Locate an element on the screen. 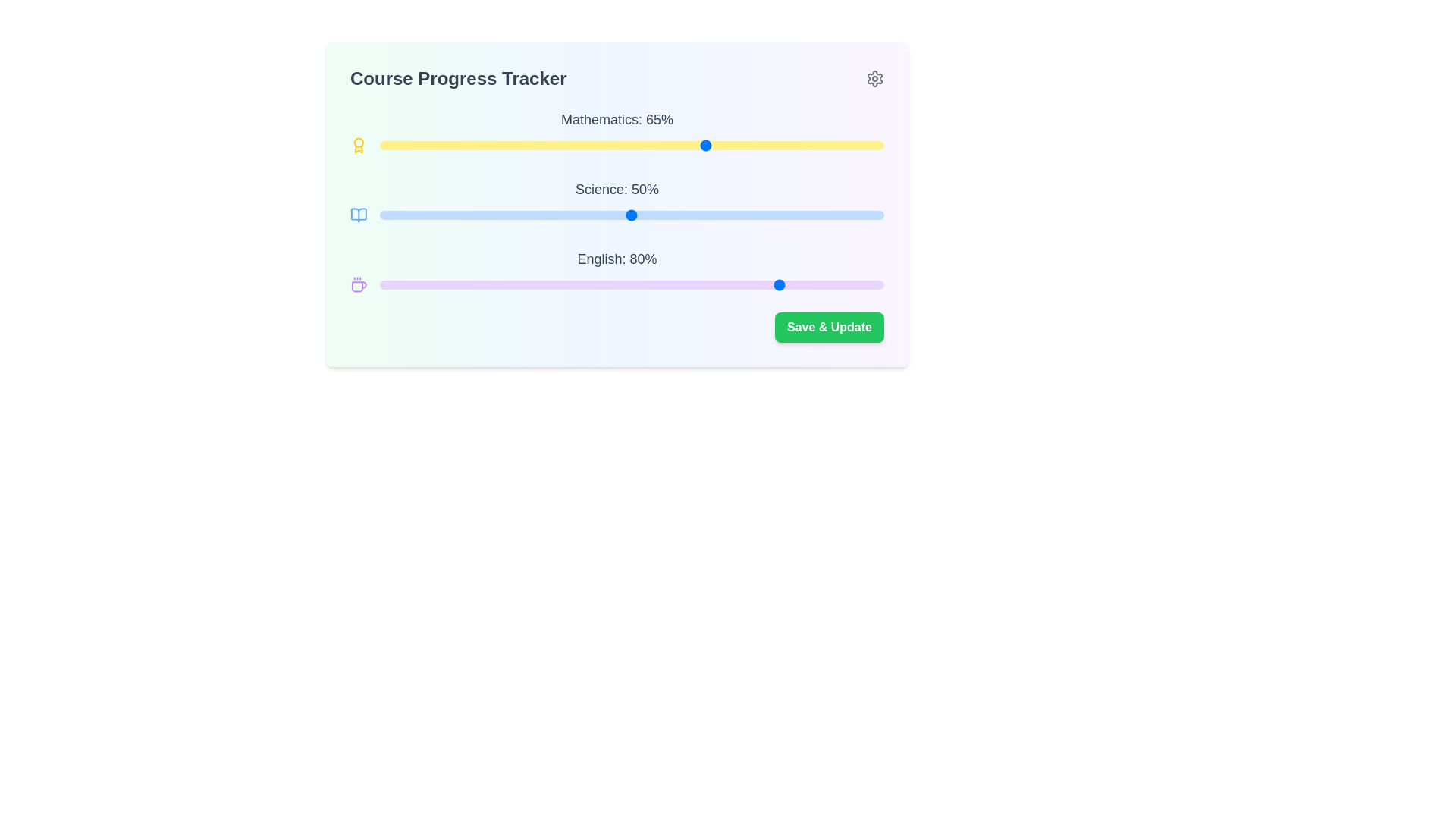  the English progress is located at coordinates (748, 284).